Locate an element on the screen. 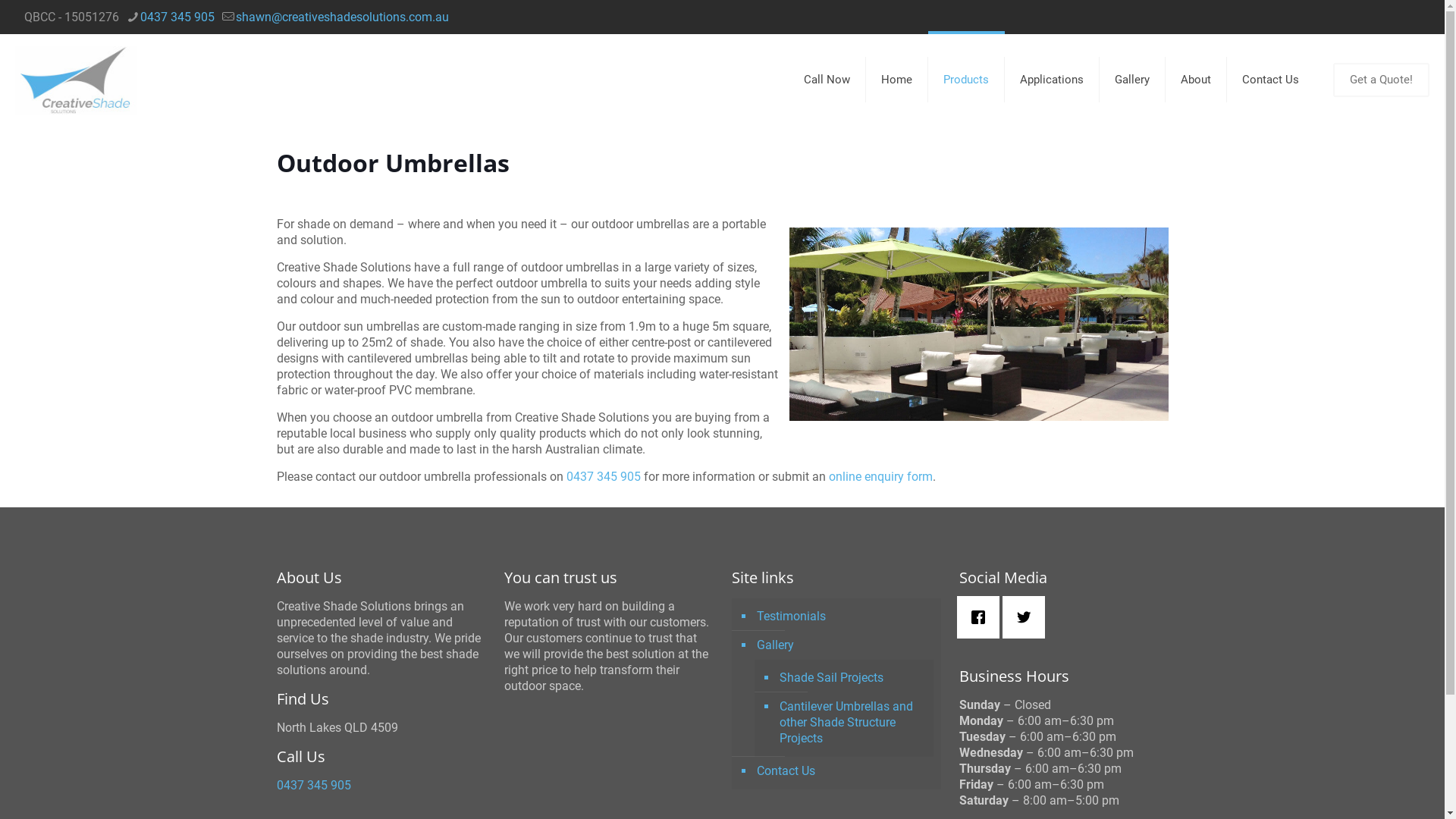 The image size is (1456, 819). 'Cantilever Umbrellas and other Shade Structure Projects' is located at coordinates (776, 721).